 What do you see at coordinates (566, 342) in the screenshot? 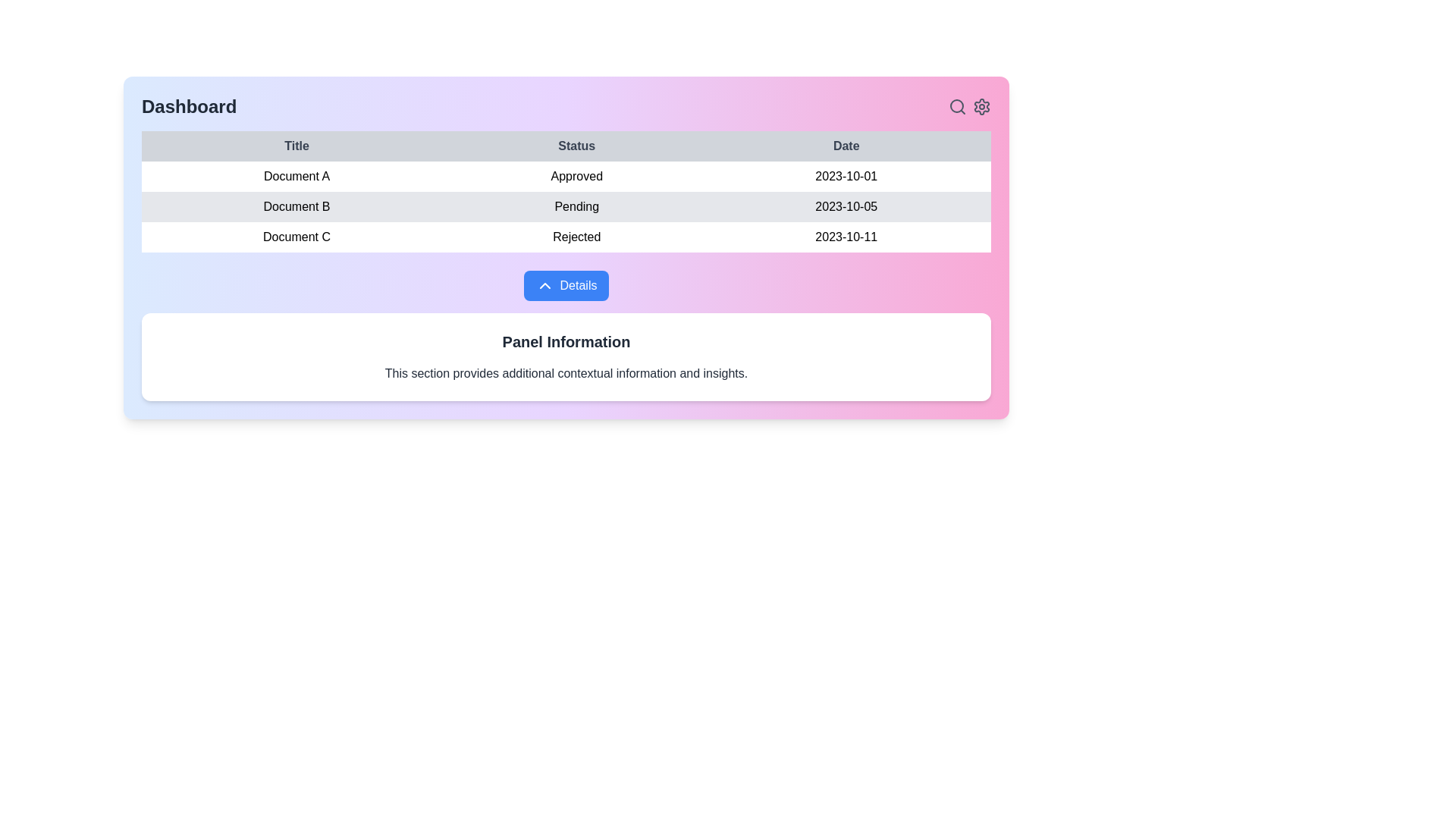
I see `the 'Panel Information' text header` at bounding box center [566, 342].